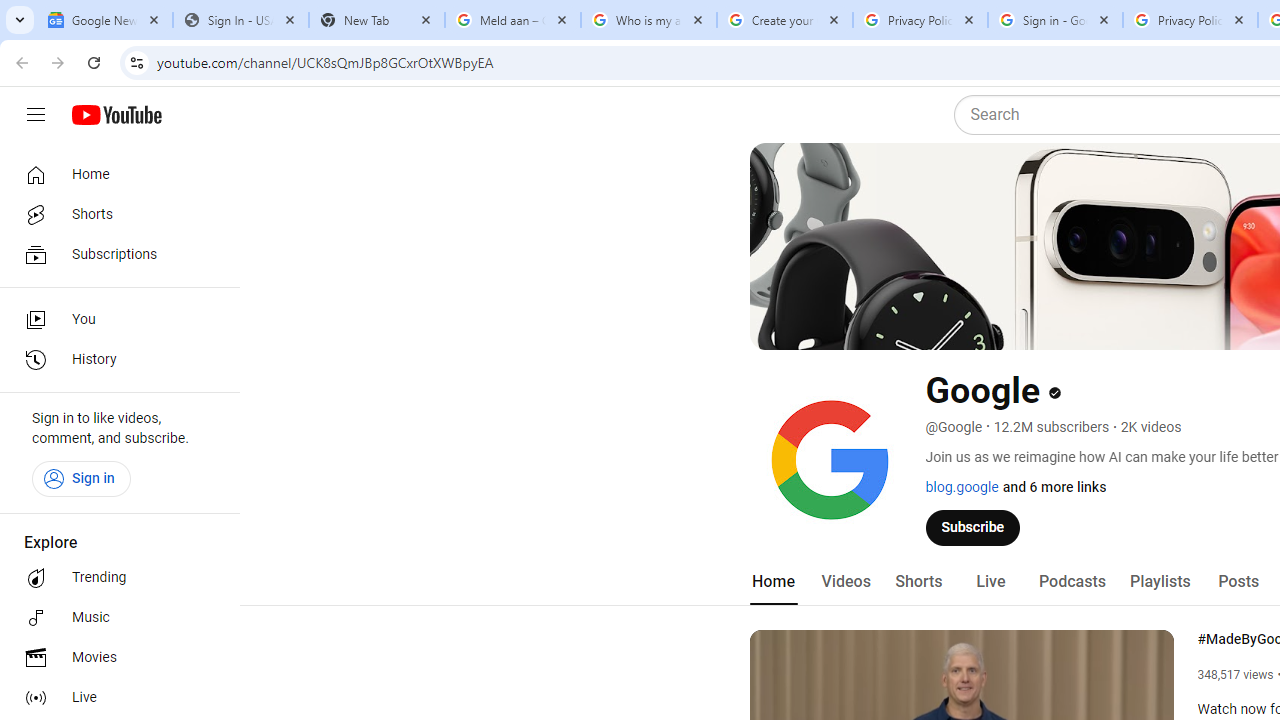 The height and width of the screenshot is (720, 1280). I want to click on 'Videos', so click(845, 581).